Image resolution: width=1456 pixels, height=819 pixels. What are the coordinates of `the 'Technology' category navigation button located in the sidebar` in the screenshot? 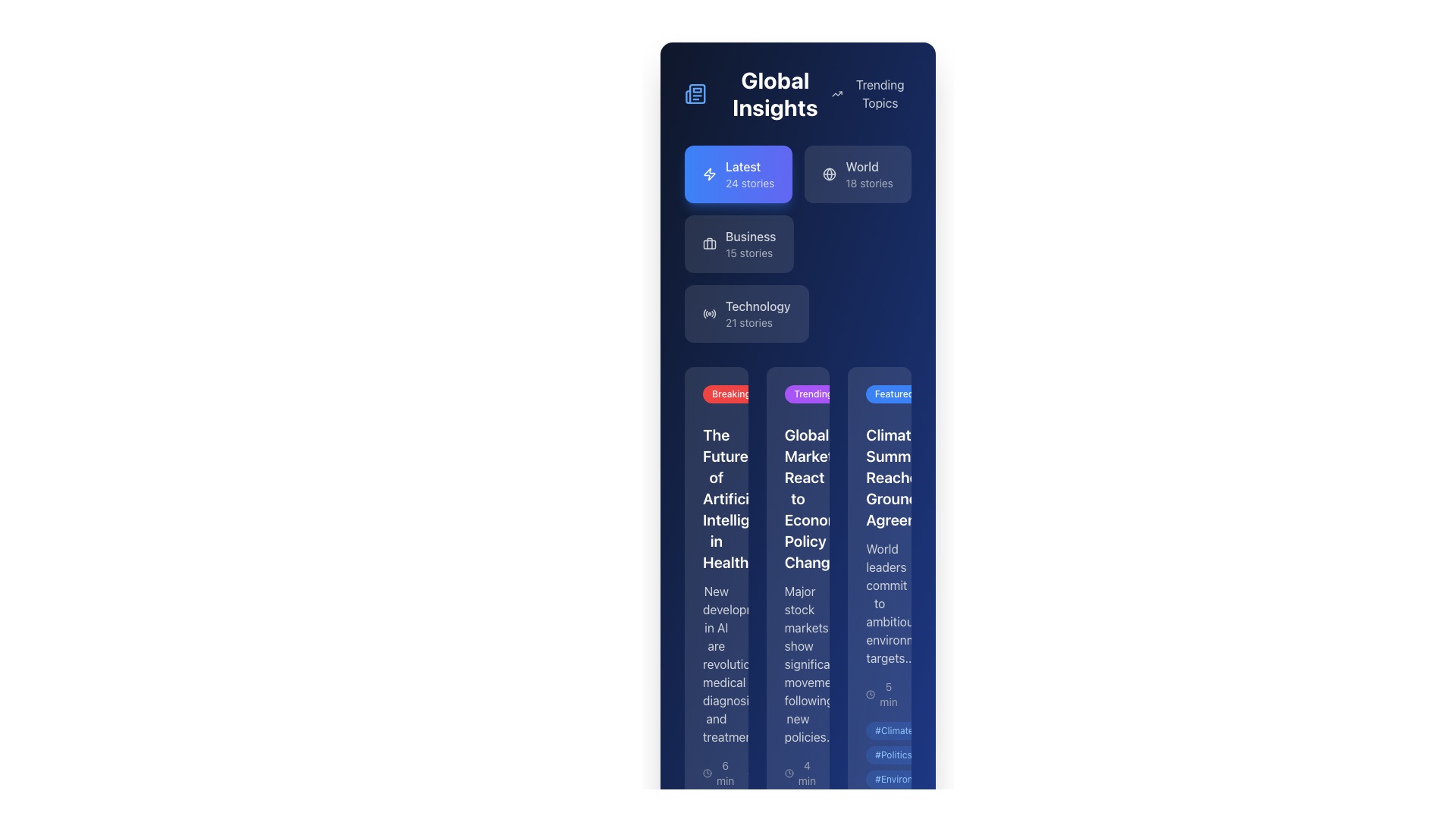 It's located at (758, 312).